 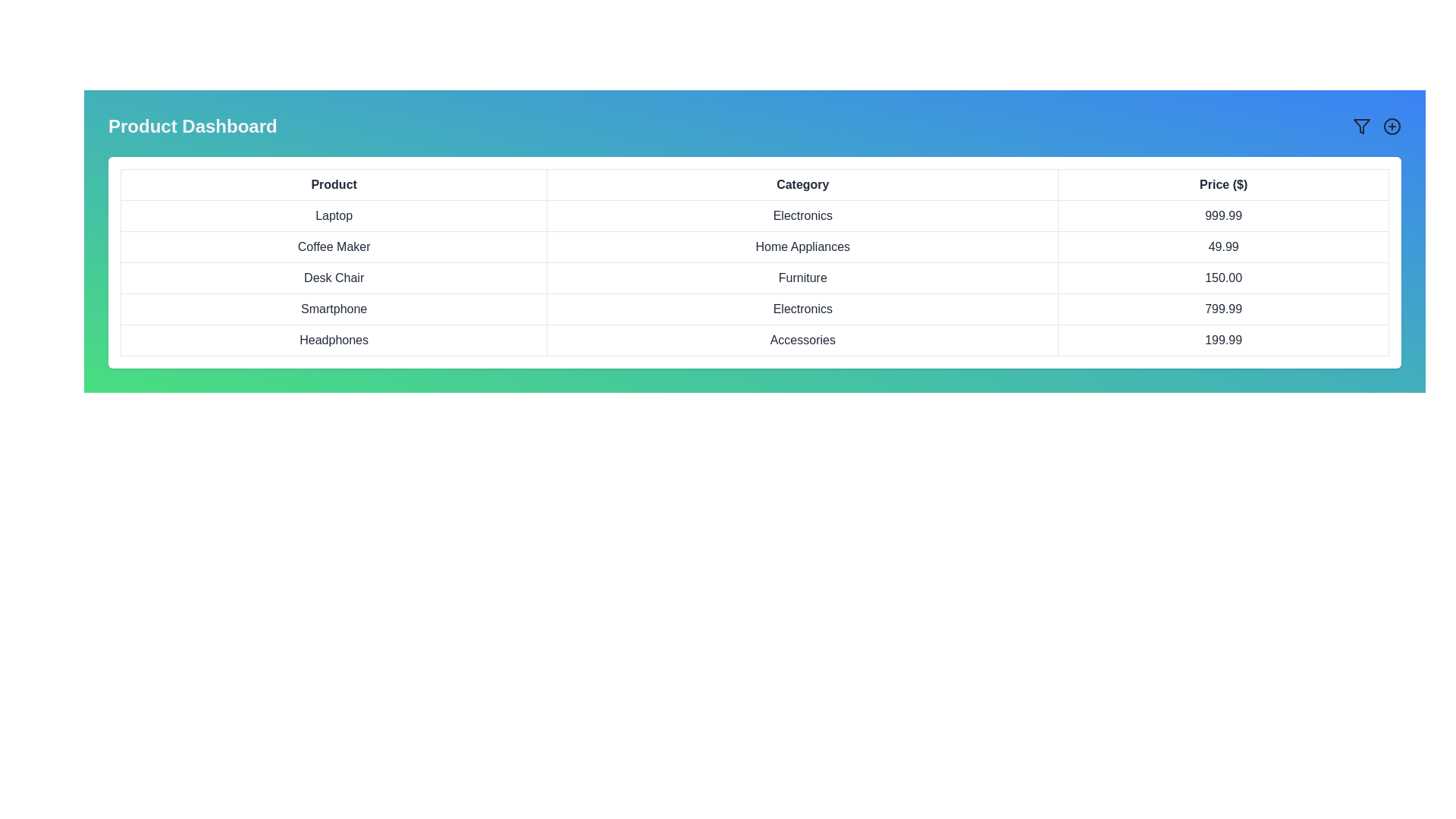 I want to click on the text content of the table cell displaying the item name 'Desk Chair', which is located in the third row of the product table under the 'Product' column, so click(x=333, y=278).